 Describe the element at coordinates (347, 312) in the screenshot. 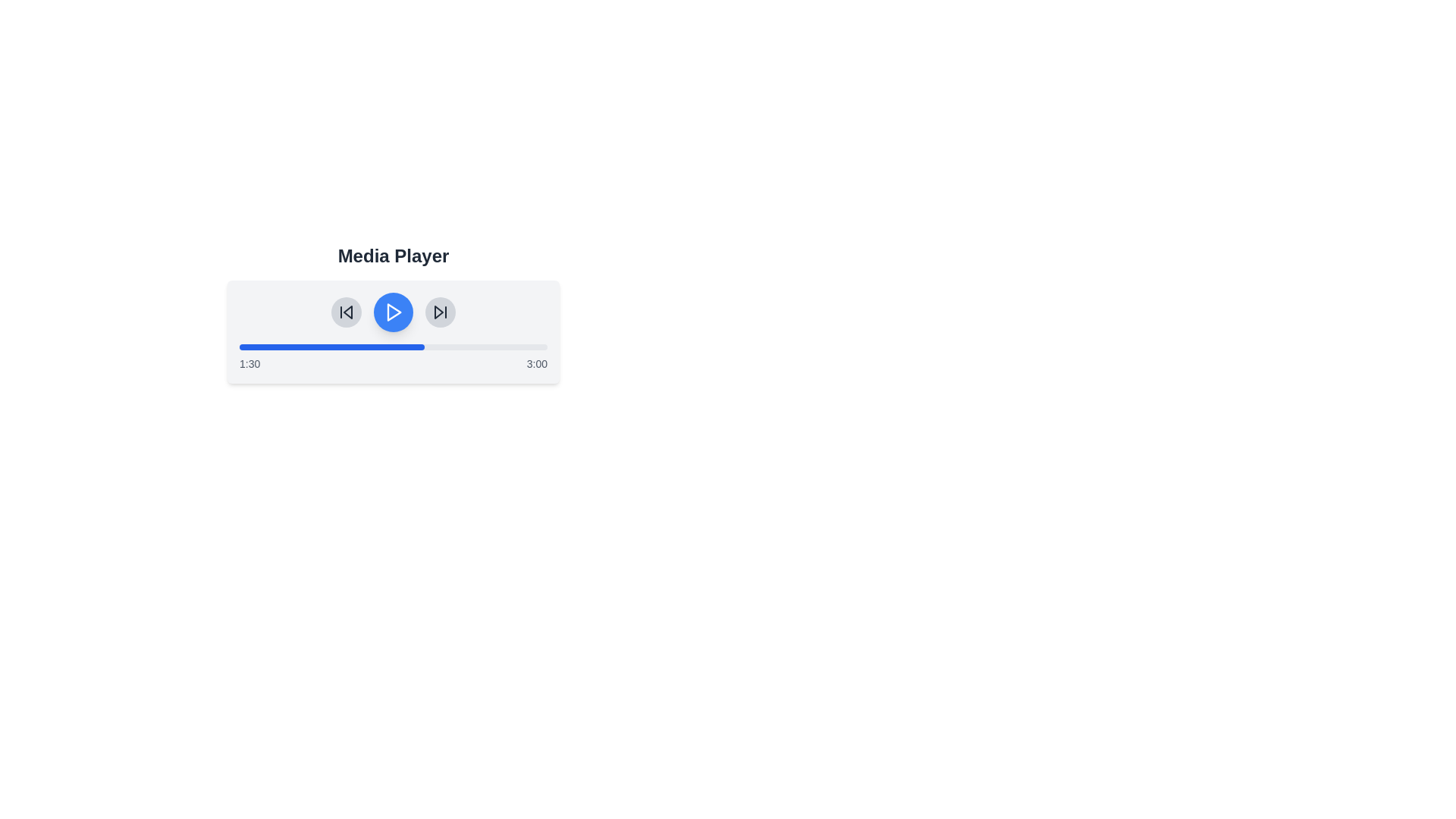

I see `the left-pointing arrow icon of the 'Skip Back' button in the media player interface` at that location.